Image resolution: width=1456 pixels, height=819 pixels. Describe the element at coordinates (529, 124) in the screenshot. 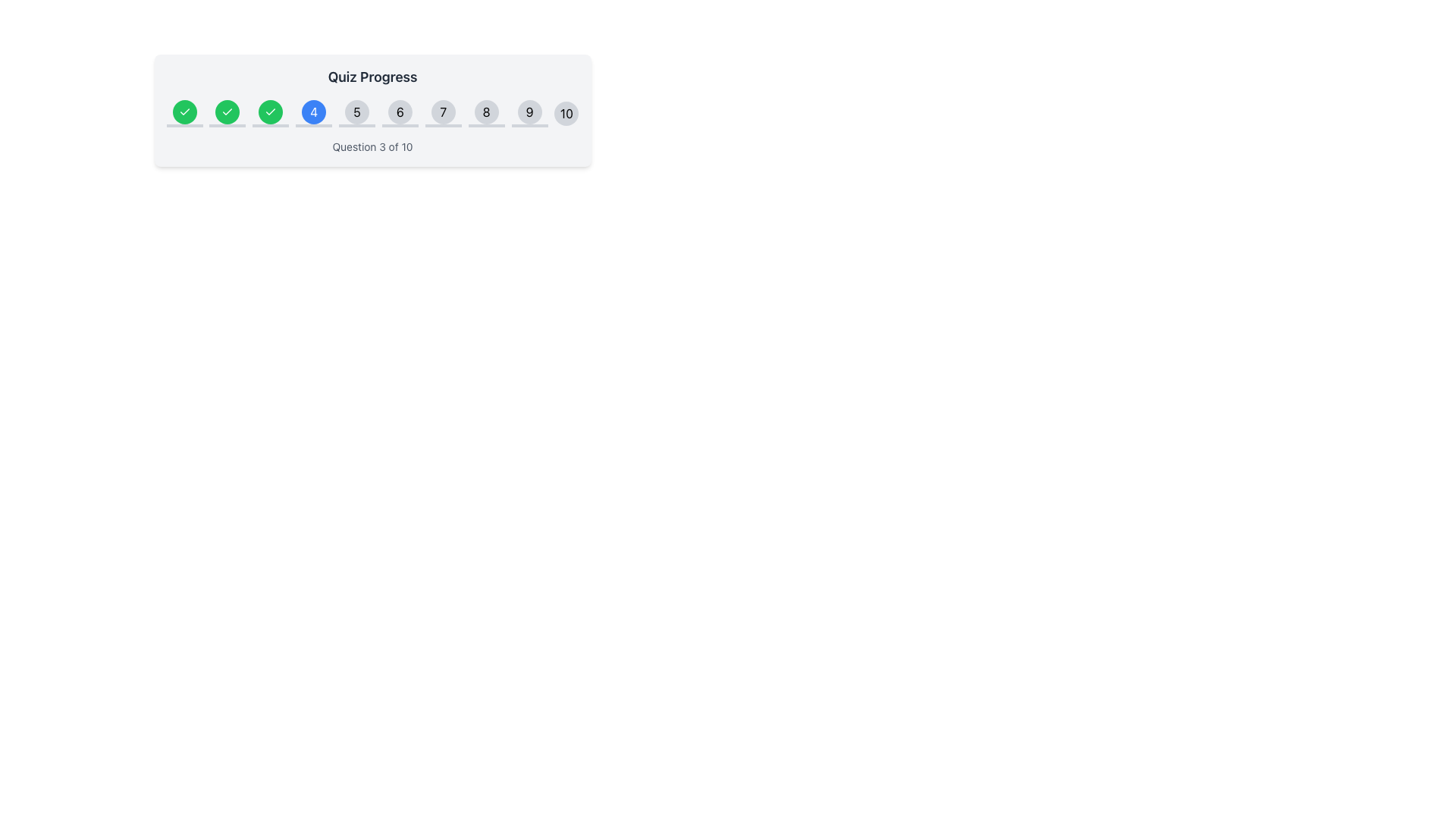

I see `the decorative element or progress bar located directly beneath the button labeled '9' in the vertical stack` at that location.